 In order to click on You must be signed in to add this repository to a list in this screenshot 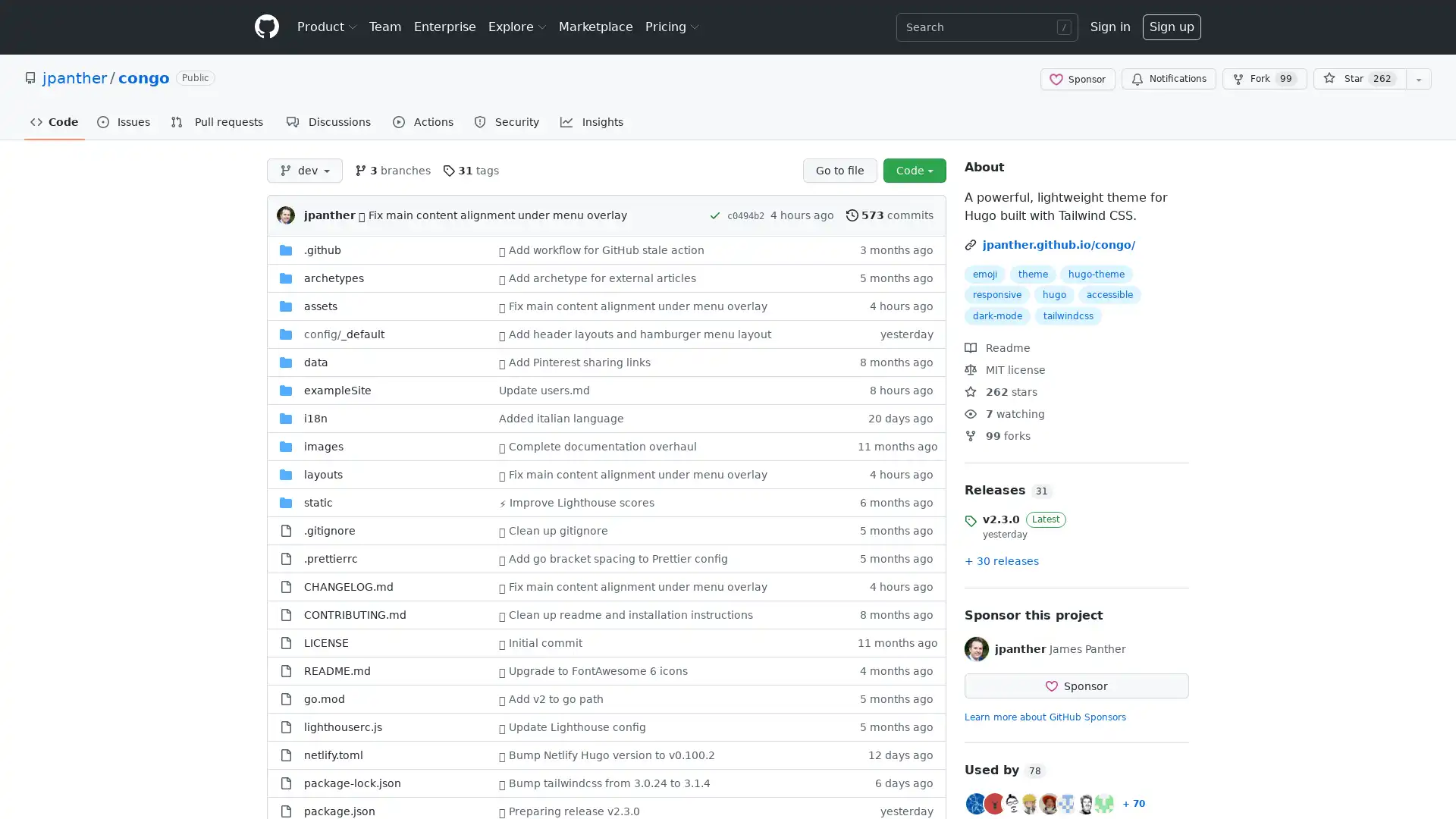, I will do `click(1418, 79)`.